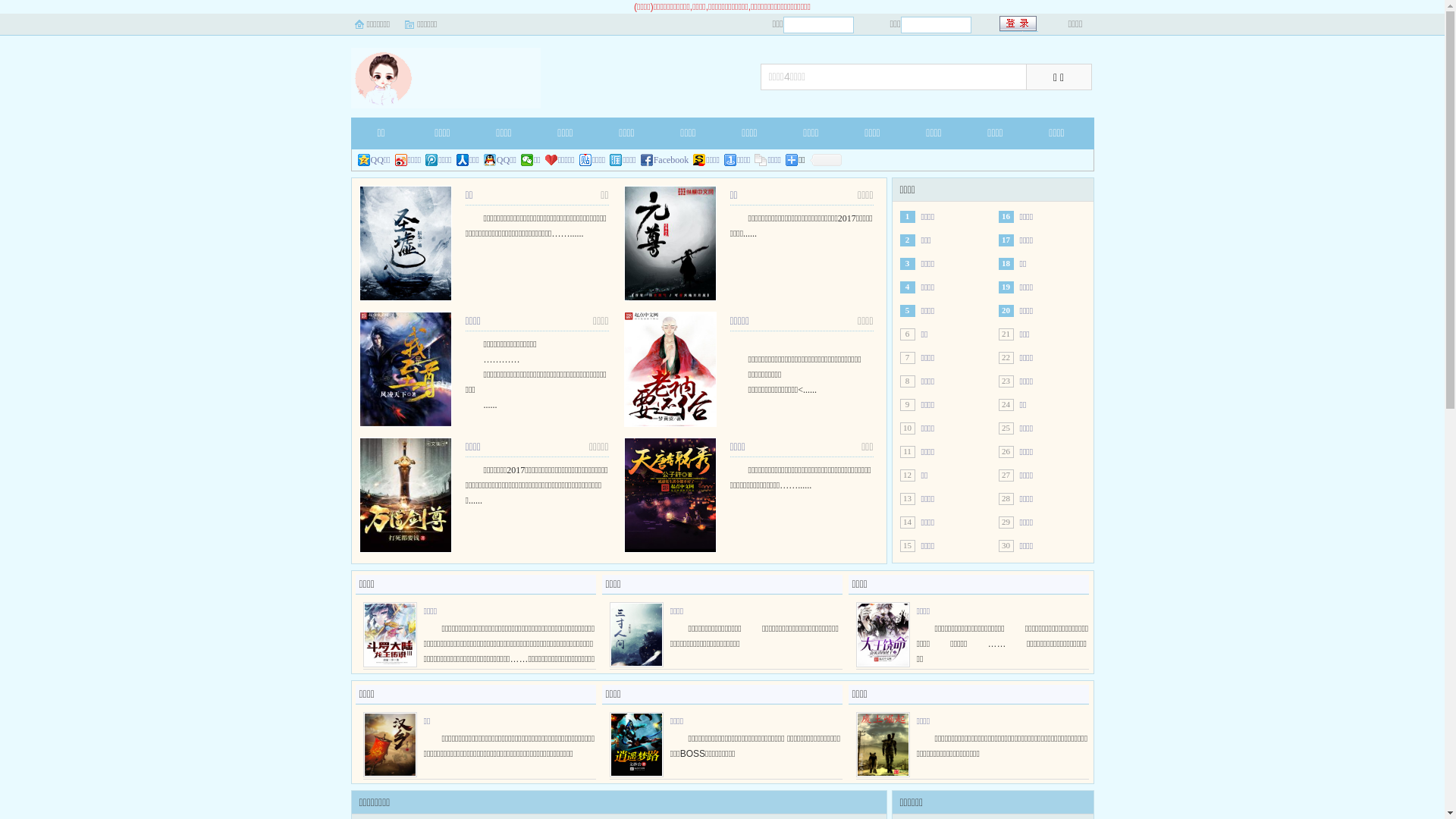 Image resolution: width=1456 pixels, height=819 pixels. I want to click on 'Facebook', so click(665, 160).